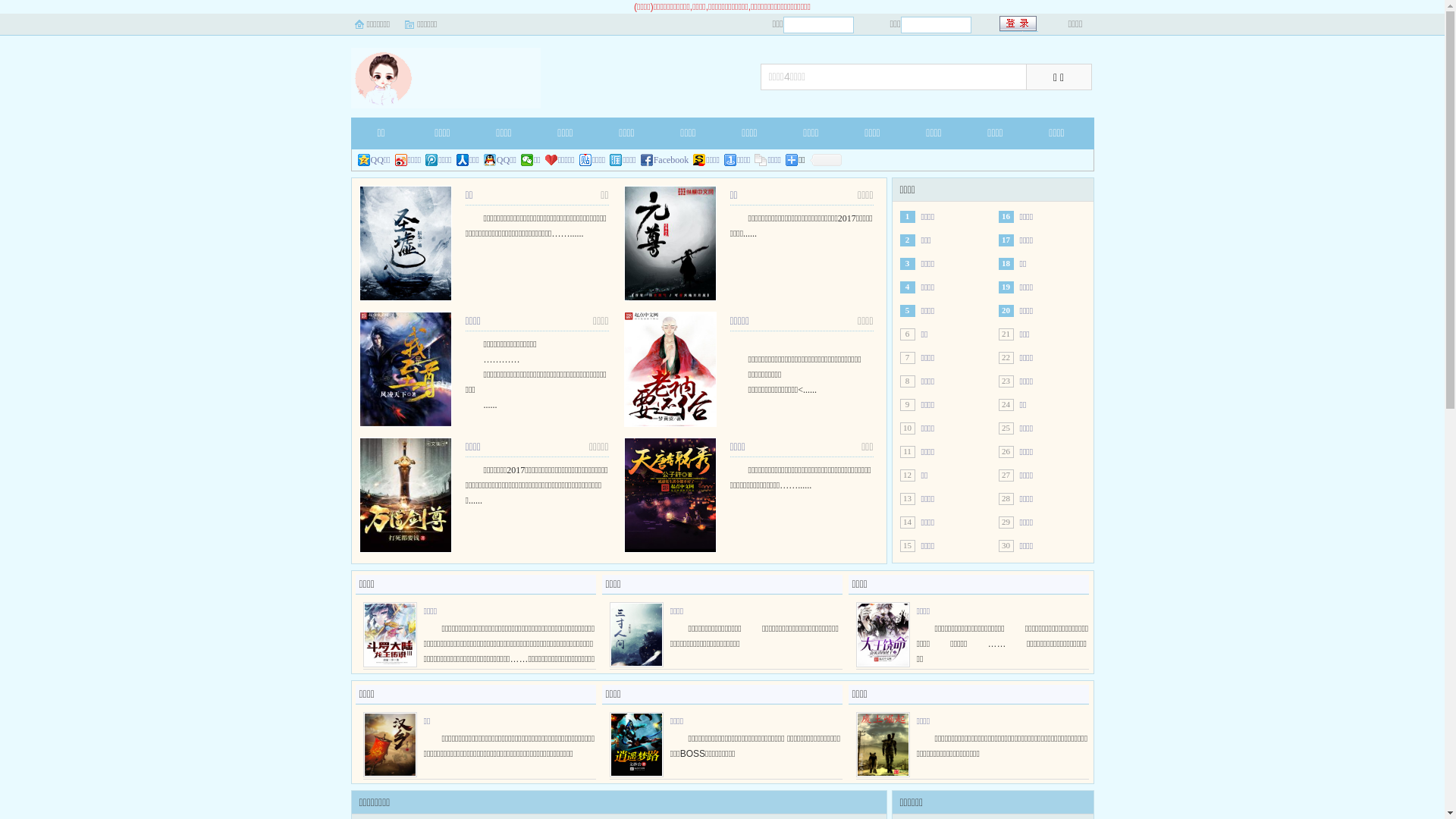 Image resolution: width=1456 pixels, height=819 pixels. I want to click on 'Facebook', so click(665, 160).